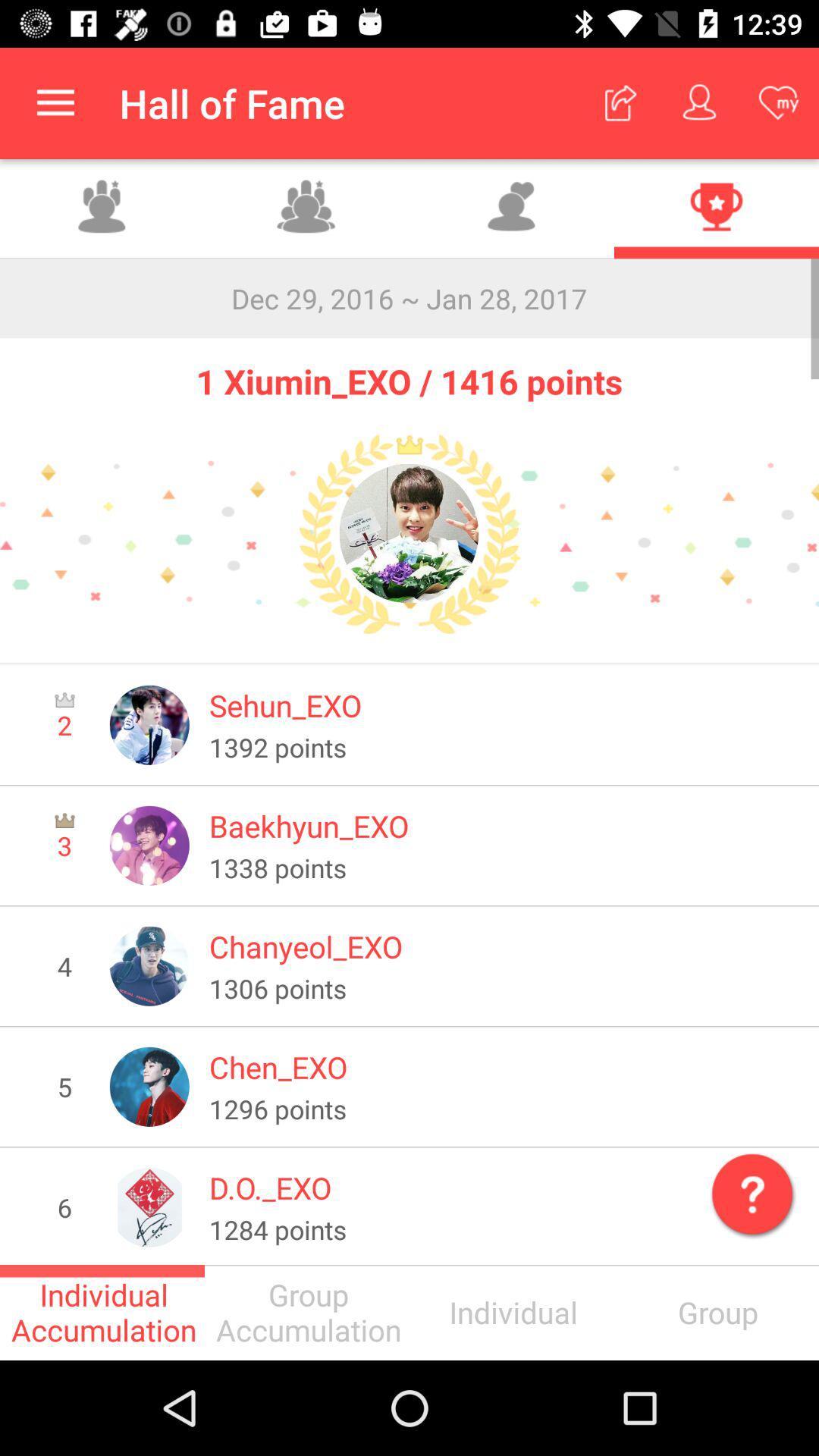 Image resolution: width=819 pixels, height=1456 pixels. I want to click on the icon below 1 xiumin_exo 1416 icon, so click(408, 534).